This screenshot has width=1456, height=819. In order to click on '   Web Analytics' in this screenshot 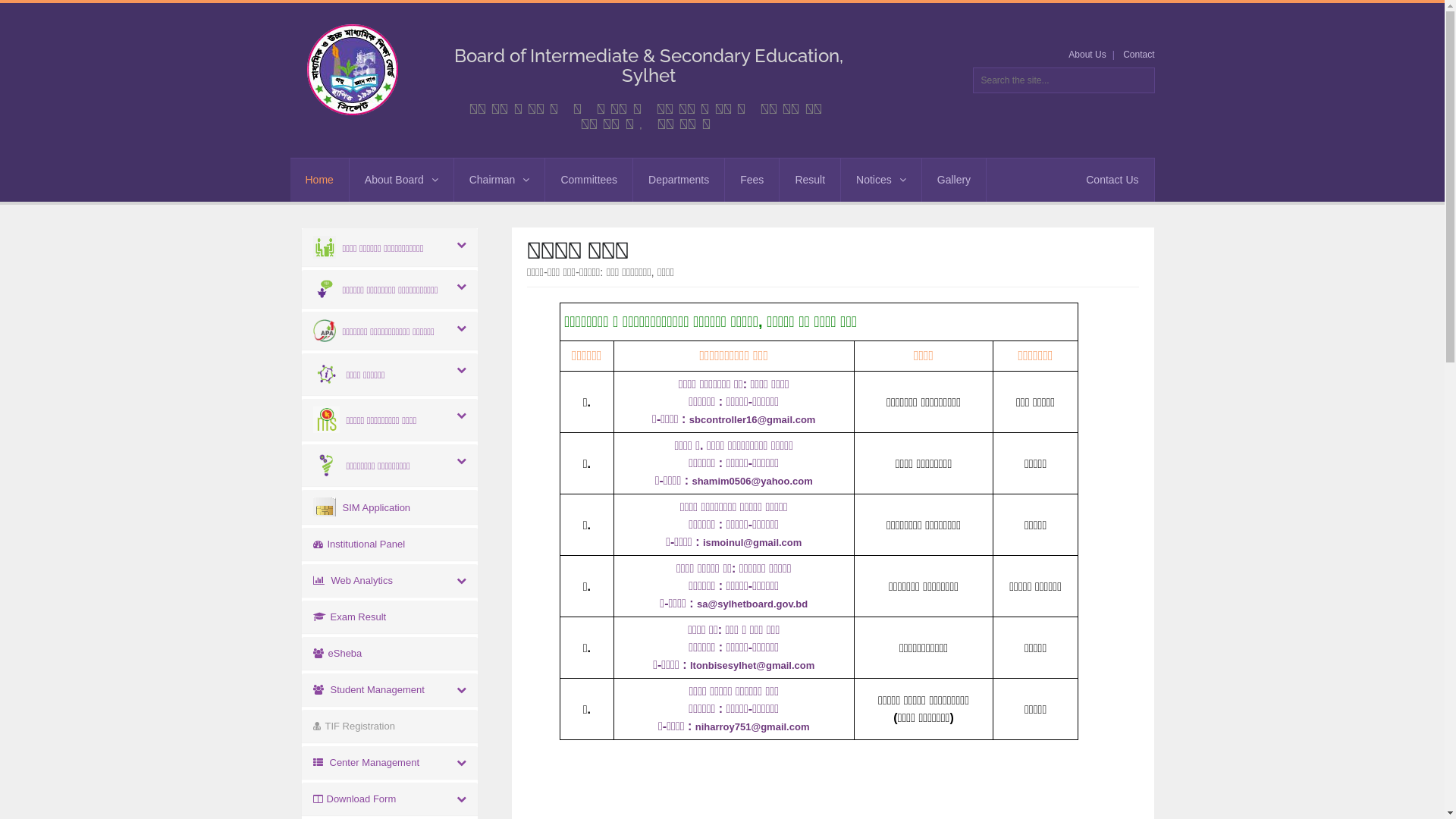, I will do `click(351, 580)`.